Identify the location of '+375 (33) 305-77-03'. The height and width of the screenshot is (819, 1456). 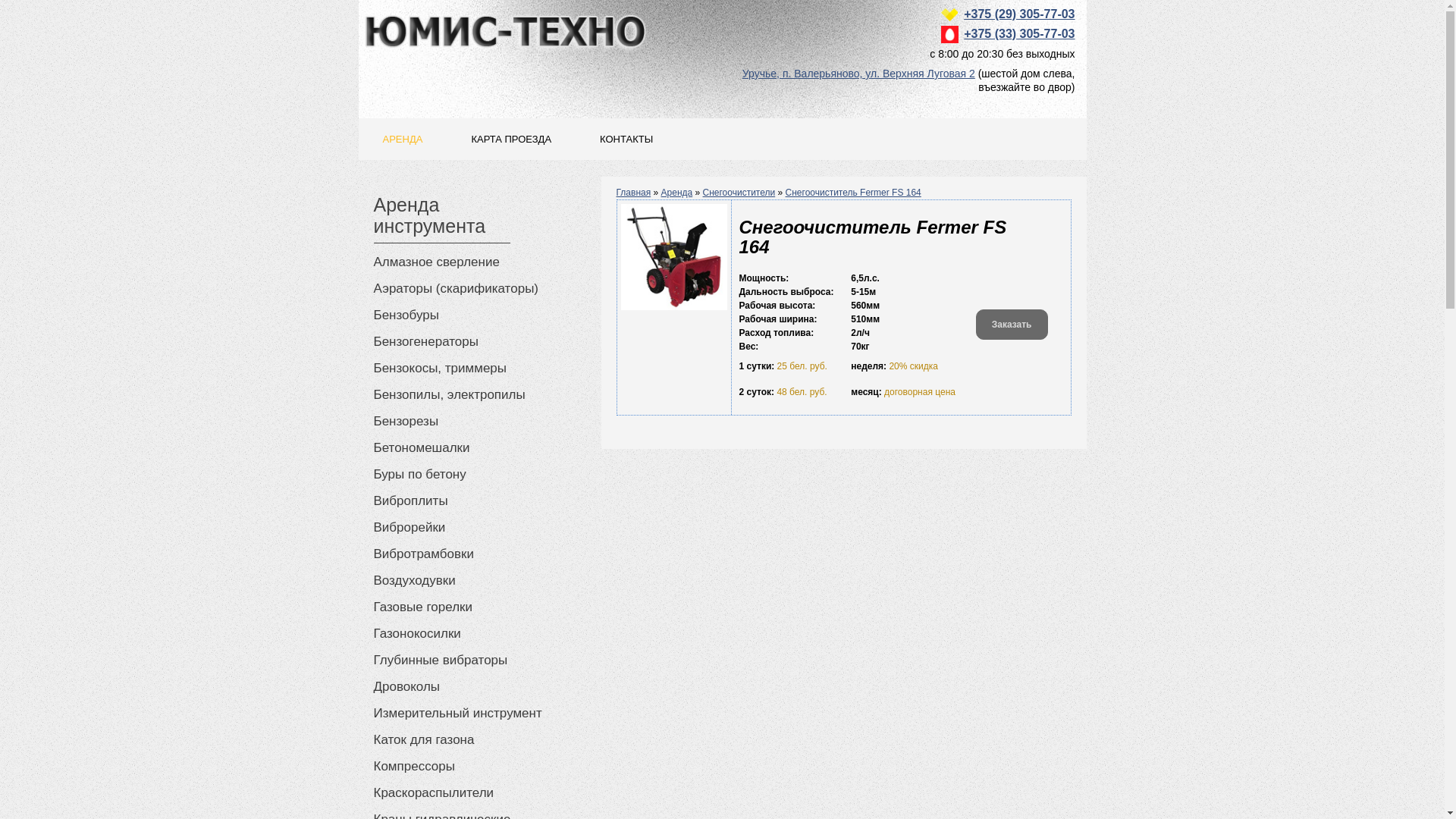
(1019, 33).